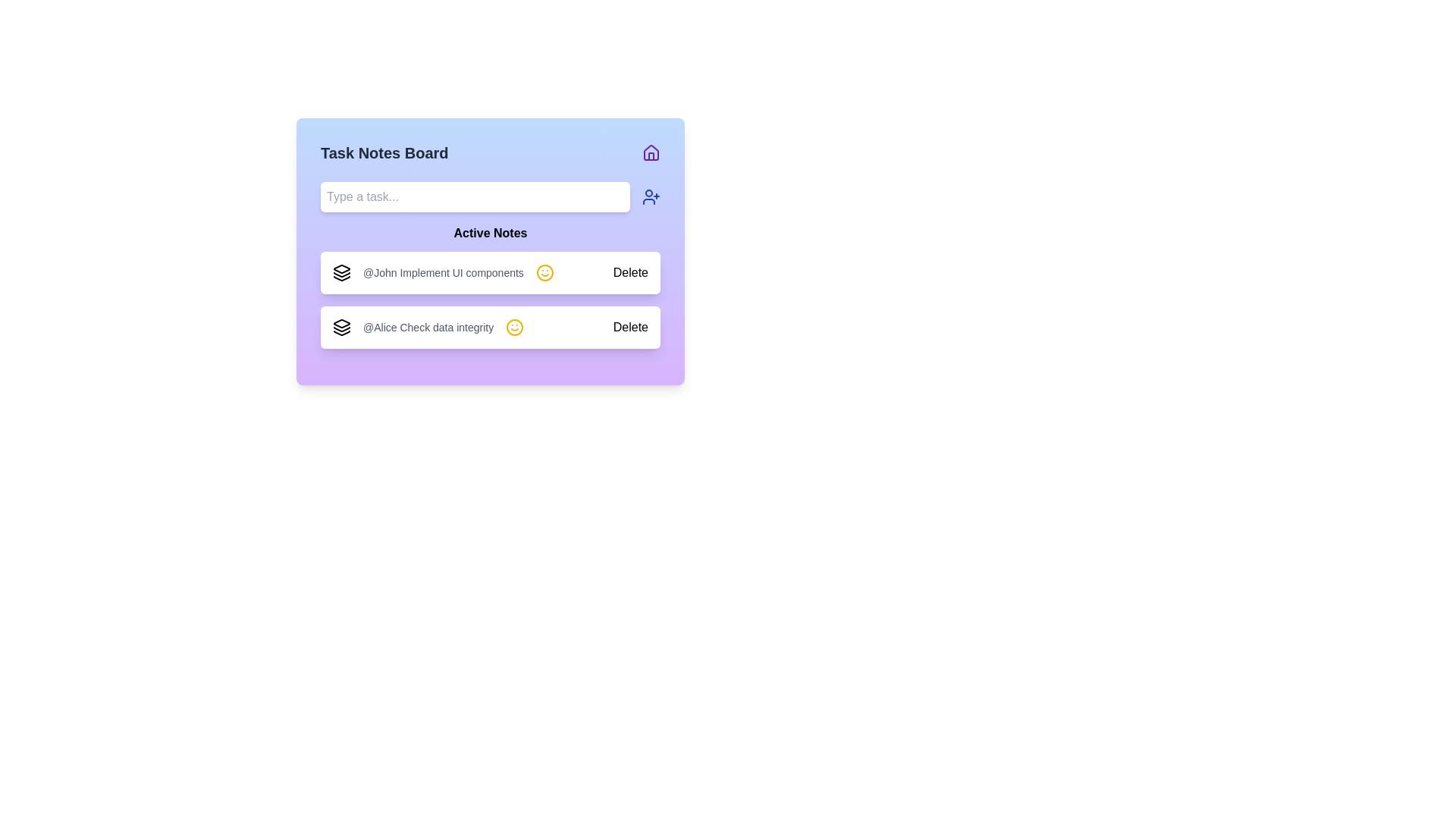 This screenshot has width=1456, height=819. I want to click on the icon located at the leftmost side of the first note in the 'Active Notes' section, adjacent to the text '@John Implement UI components', so click(341, 271).